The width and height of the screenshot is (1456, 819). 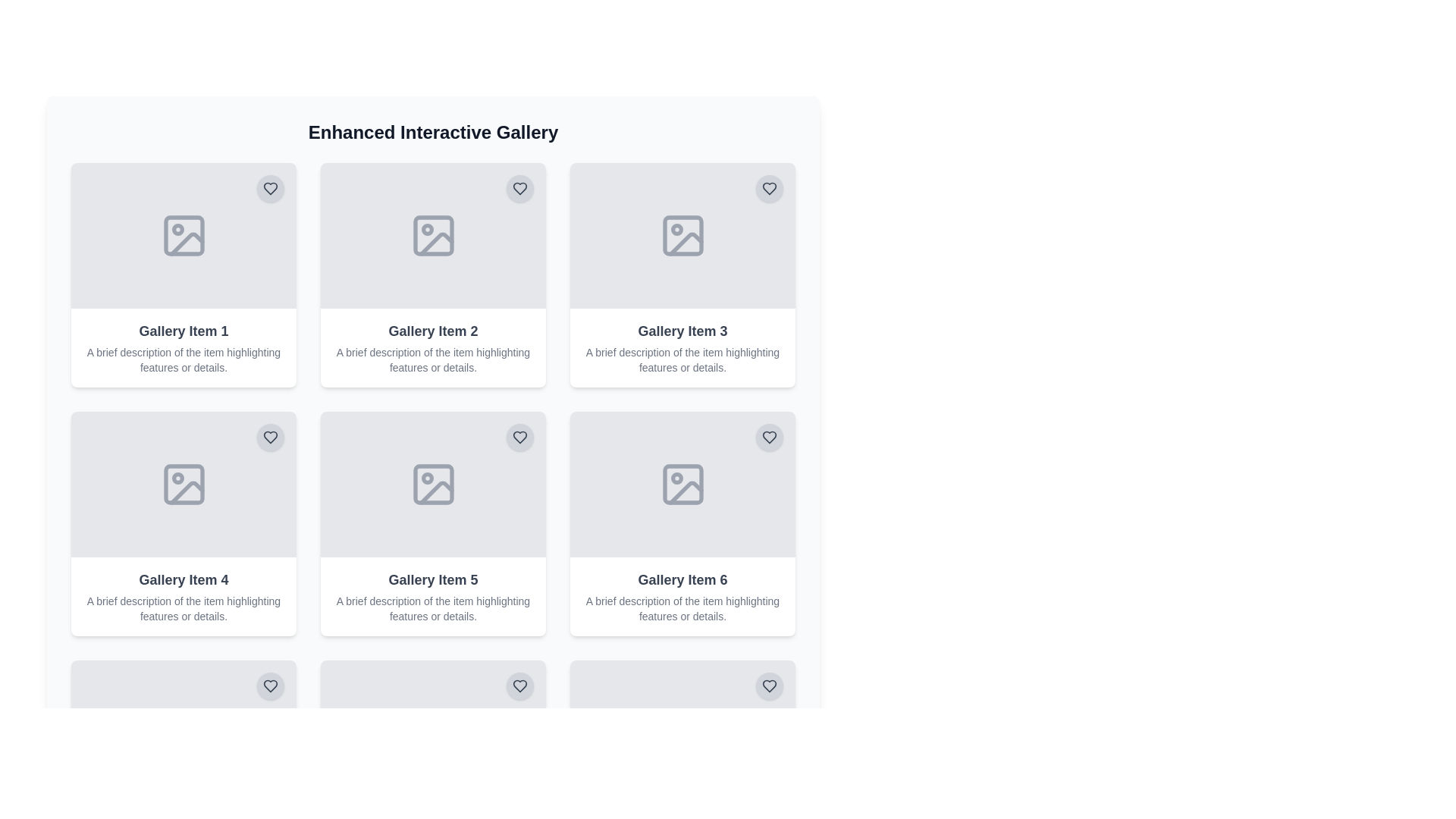 What do you see at coordinates (682, 236) in the screenshot?
I see `the placeholder image located at the top section of the gallery card labeled 'Gallery Item 3' to interact with the gallery item` at bounding box center [682, 236].